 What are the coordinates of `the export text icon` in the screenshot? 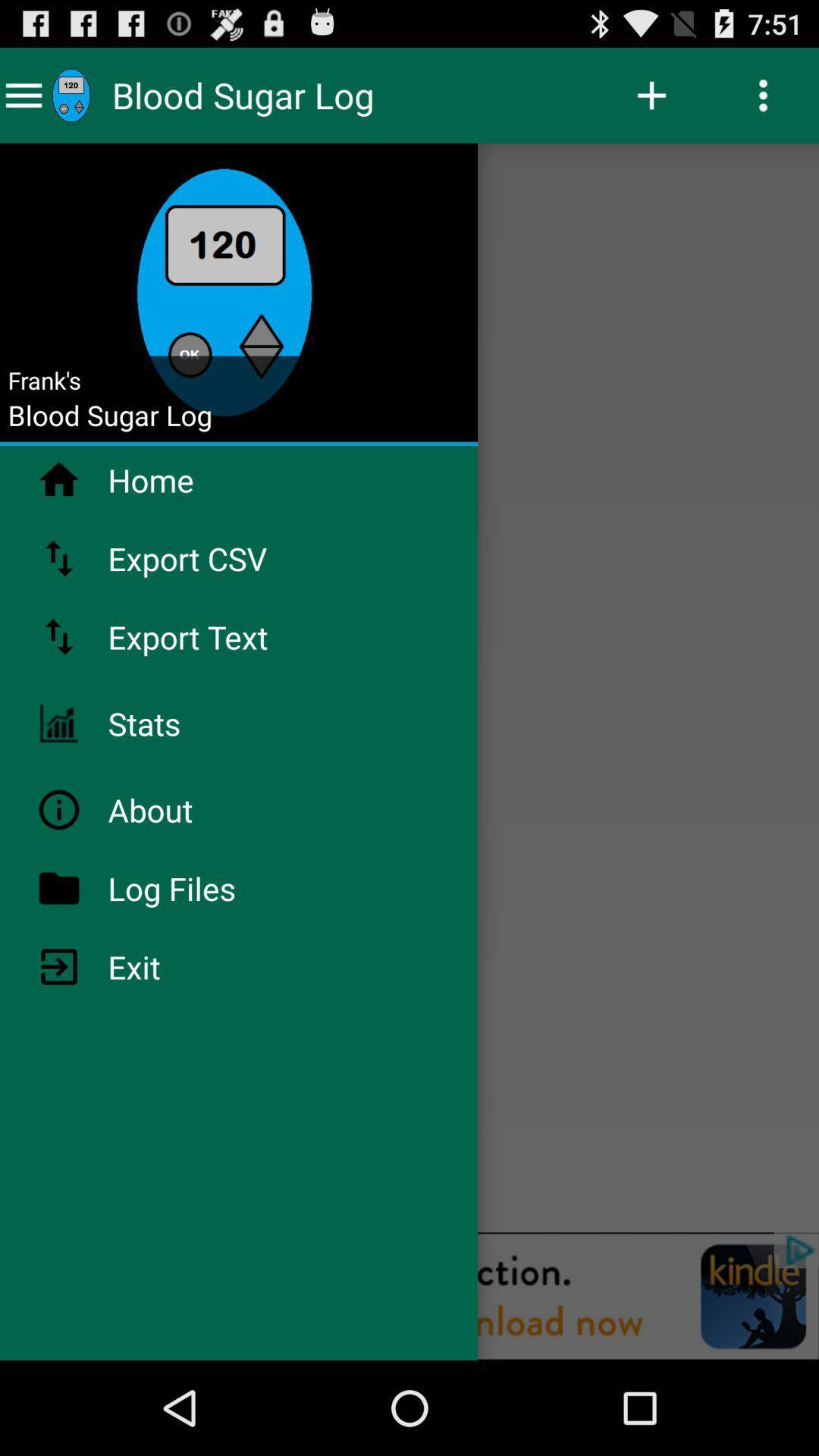 It's located at (227, 637).